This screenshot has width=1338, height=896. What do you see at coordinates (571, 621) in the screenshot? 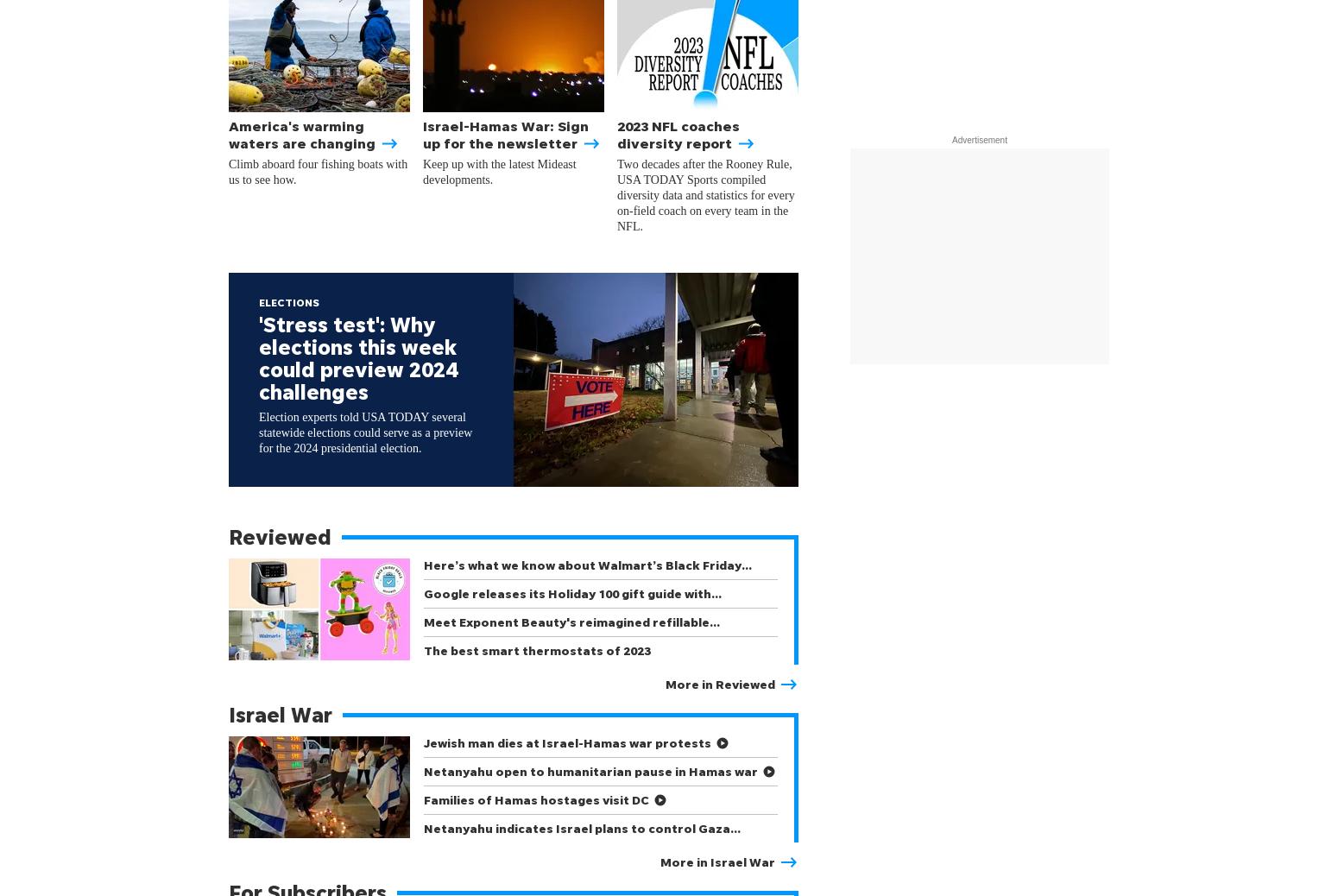
I see `'Meet Exponent Beauty's reimagined refillable…'` at bounding box center [571, 621].